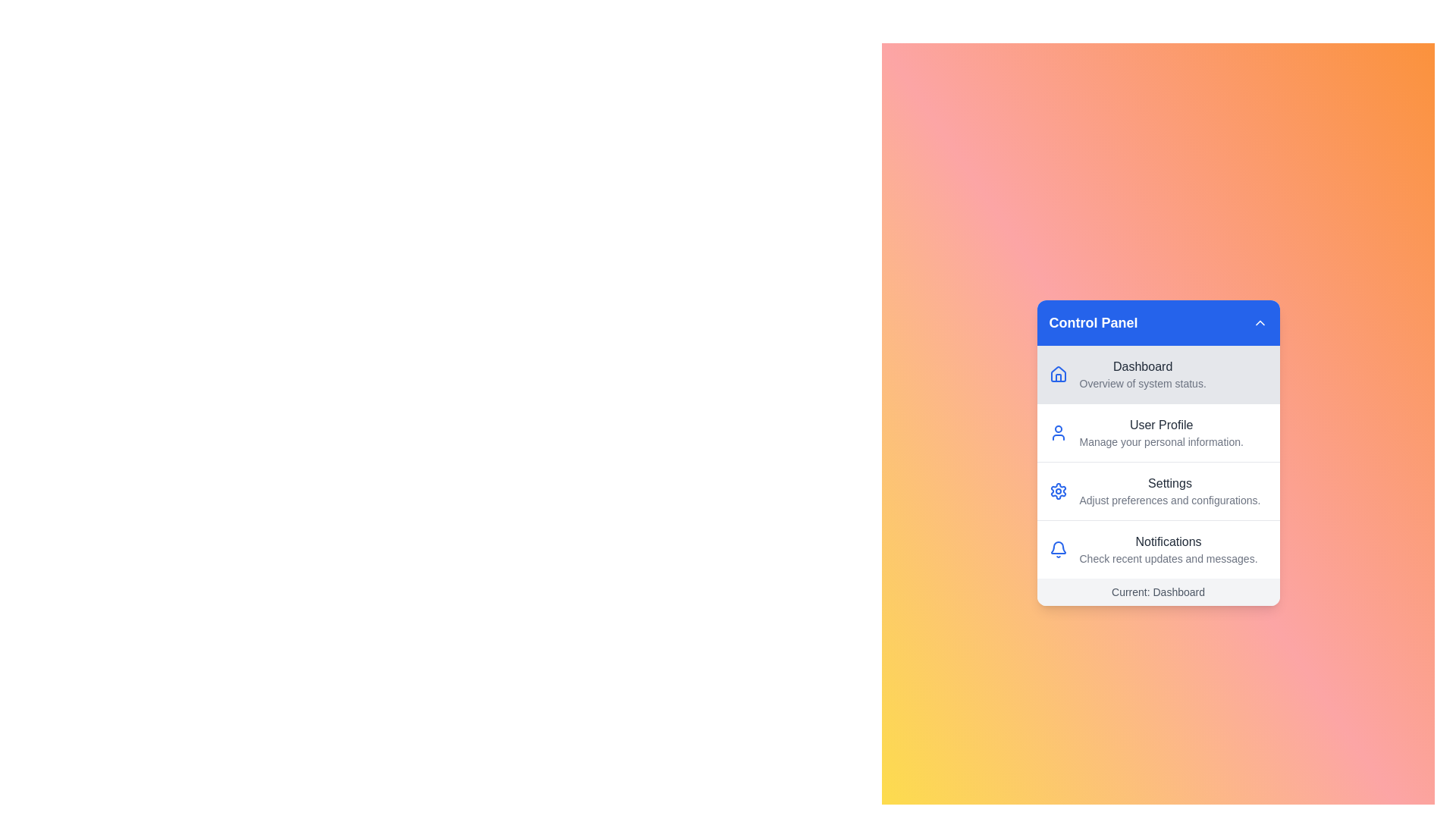 This screenshot has width=1456, height=819. Describe the element at coordinates (1157, 374) in the screenshot. I see `the menu item Dashboard to make it active` at that location.